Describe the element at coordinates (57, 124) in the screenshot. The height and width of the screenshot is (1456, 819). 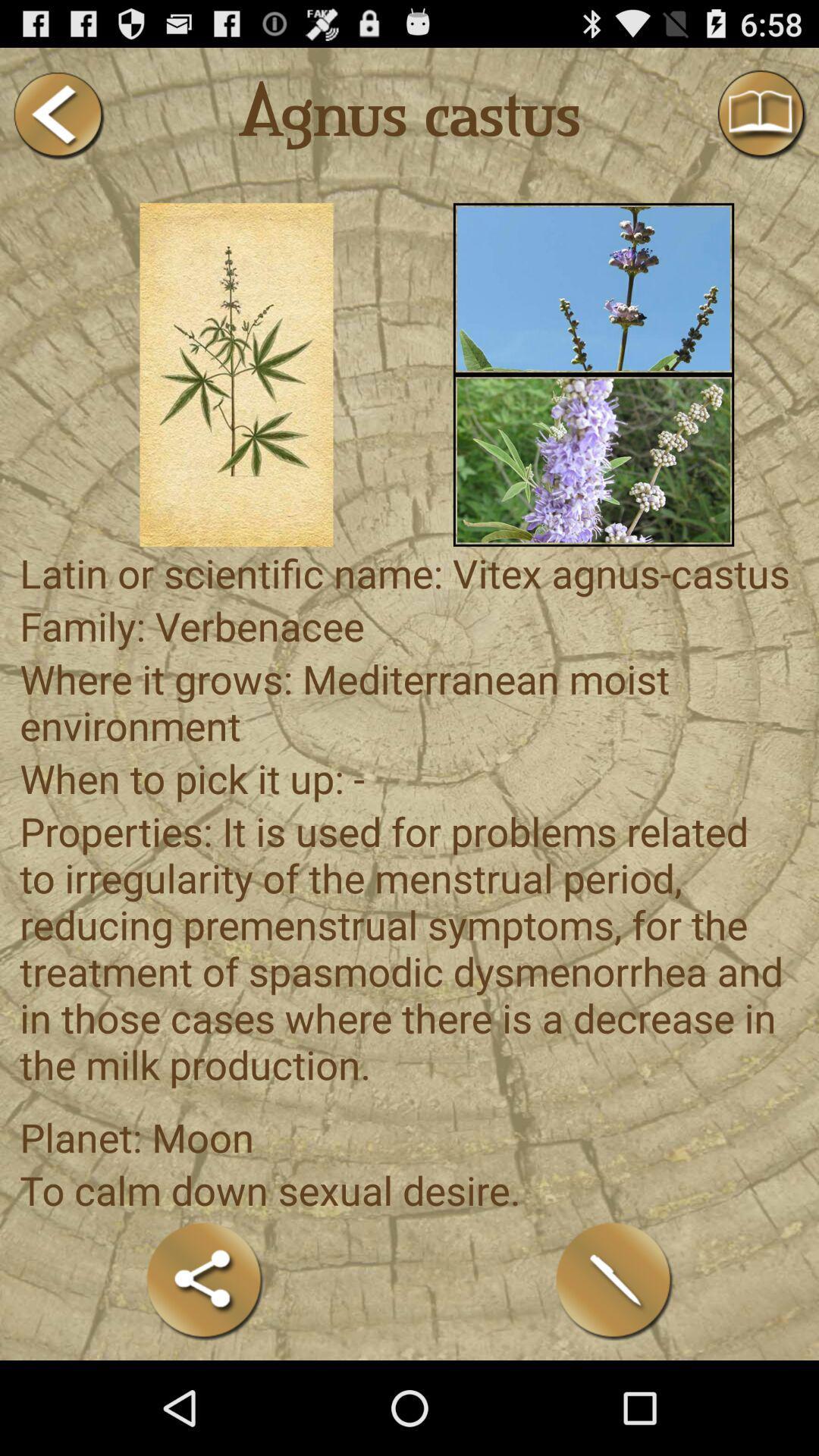
I see `the arrow_backward icon` at that location.